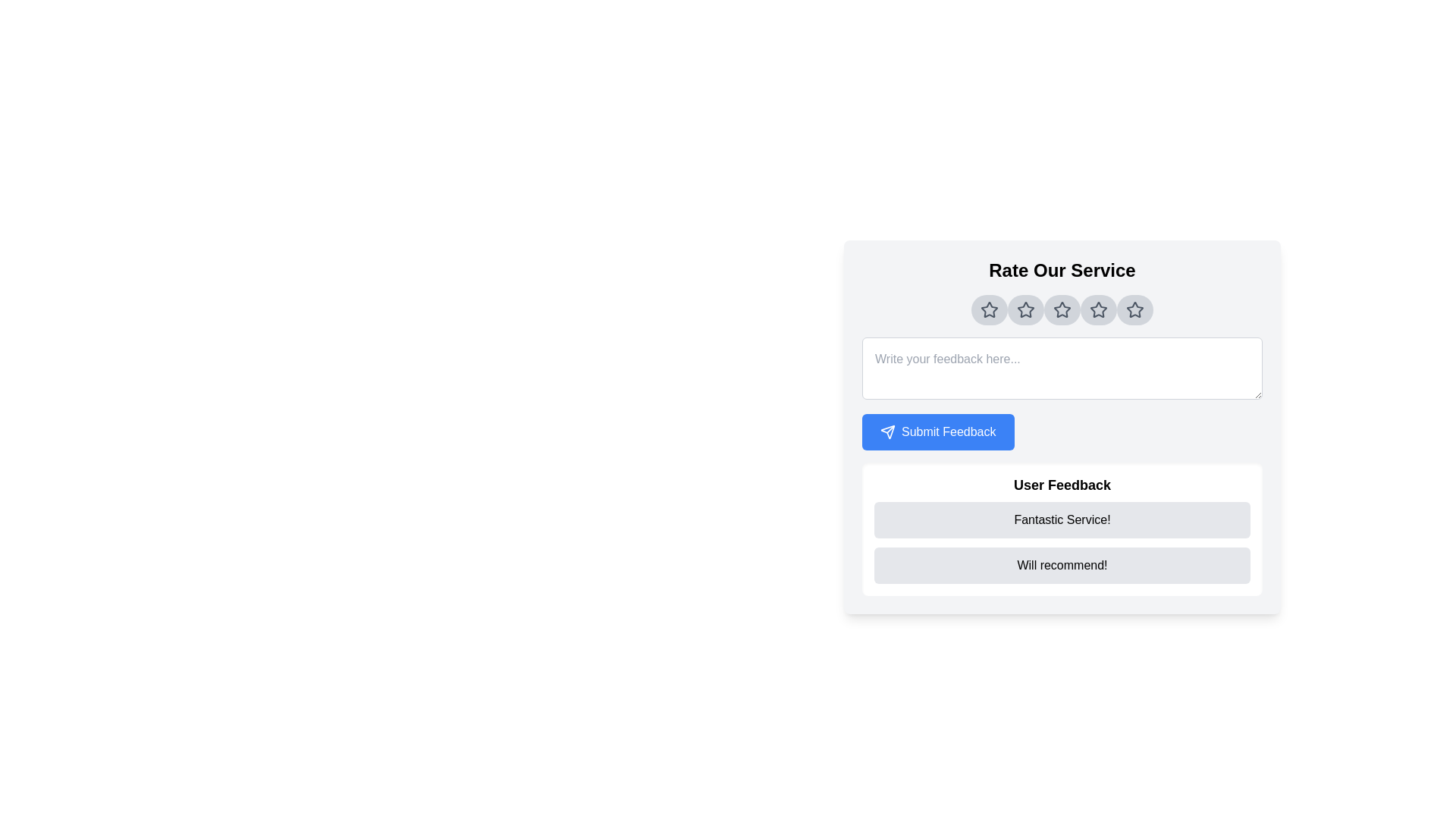 Image resolution: width=1456 pixels, height=819 pixels. I want to click on the first star icon in the rating system to rate the service, so click(990, 309).